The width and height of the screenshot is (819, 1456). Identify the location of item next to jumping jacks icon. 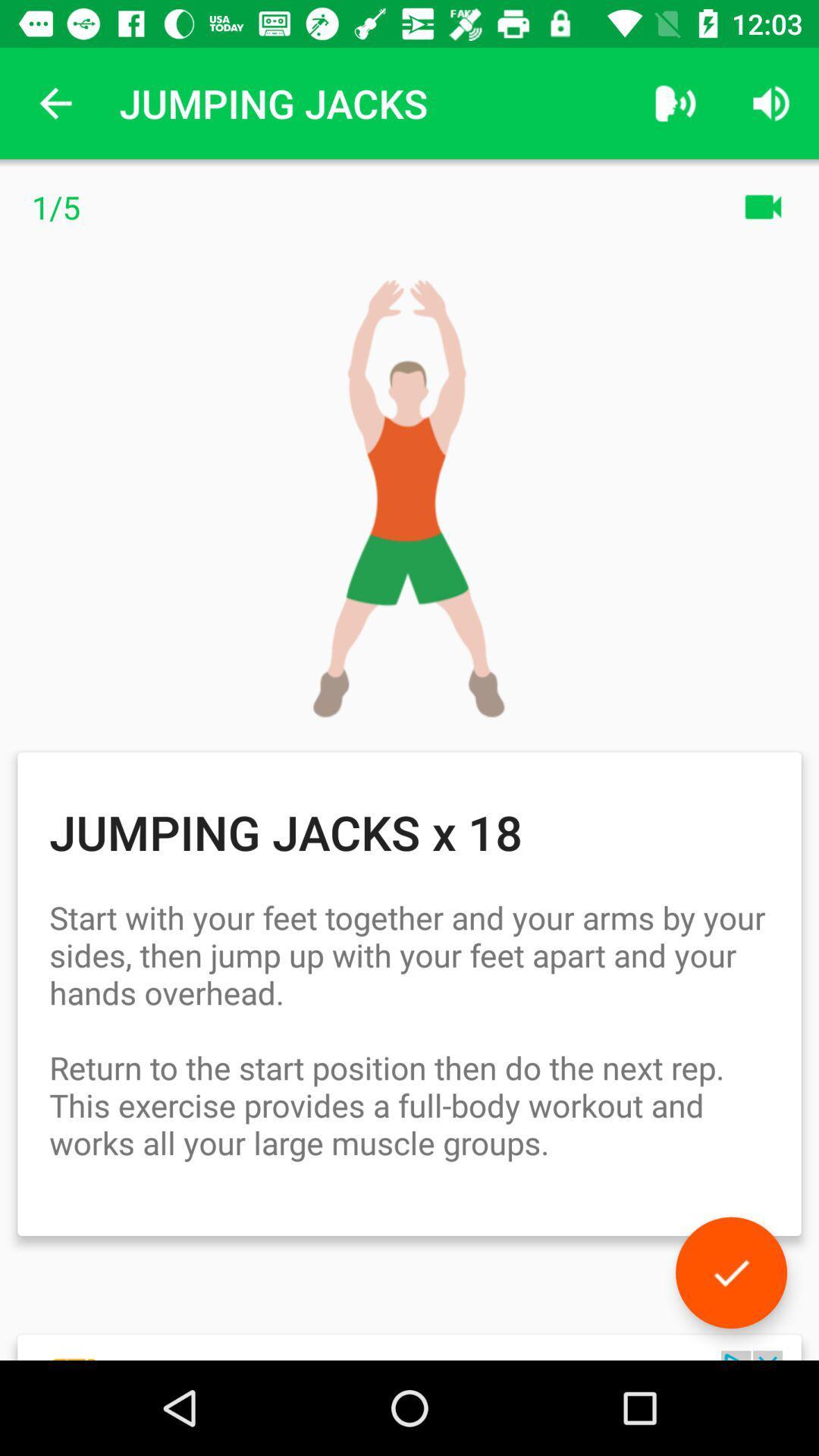
(55, 102).